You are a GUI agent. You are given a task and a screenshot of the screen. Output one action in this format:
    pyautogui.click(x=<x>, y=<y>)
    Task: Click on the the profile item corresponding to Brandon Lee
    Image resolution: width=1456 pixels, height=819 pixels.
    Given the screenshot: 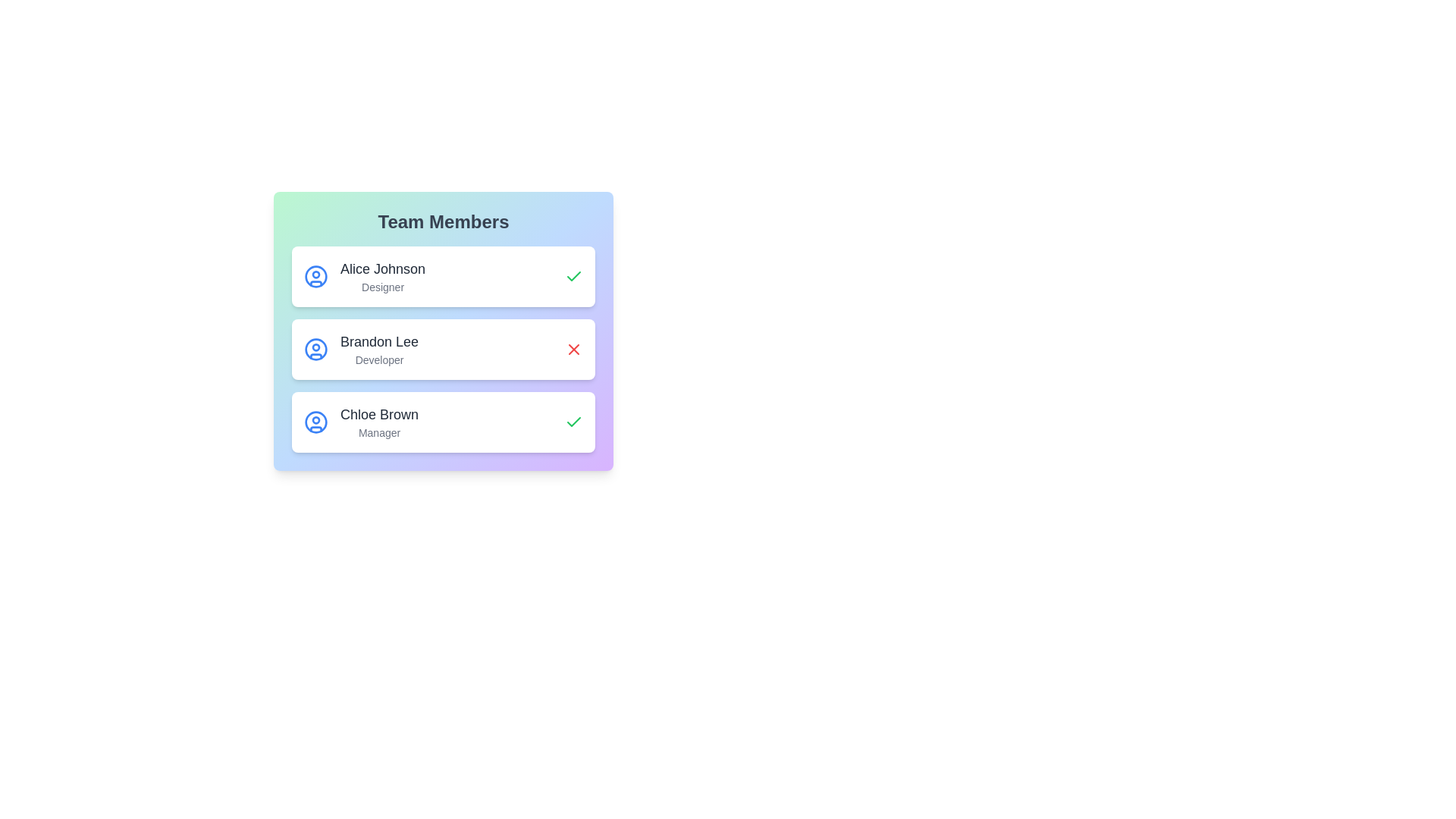 What is the action you would take?
    pyautogui.click(x=443, y=350)
    